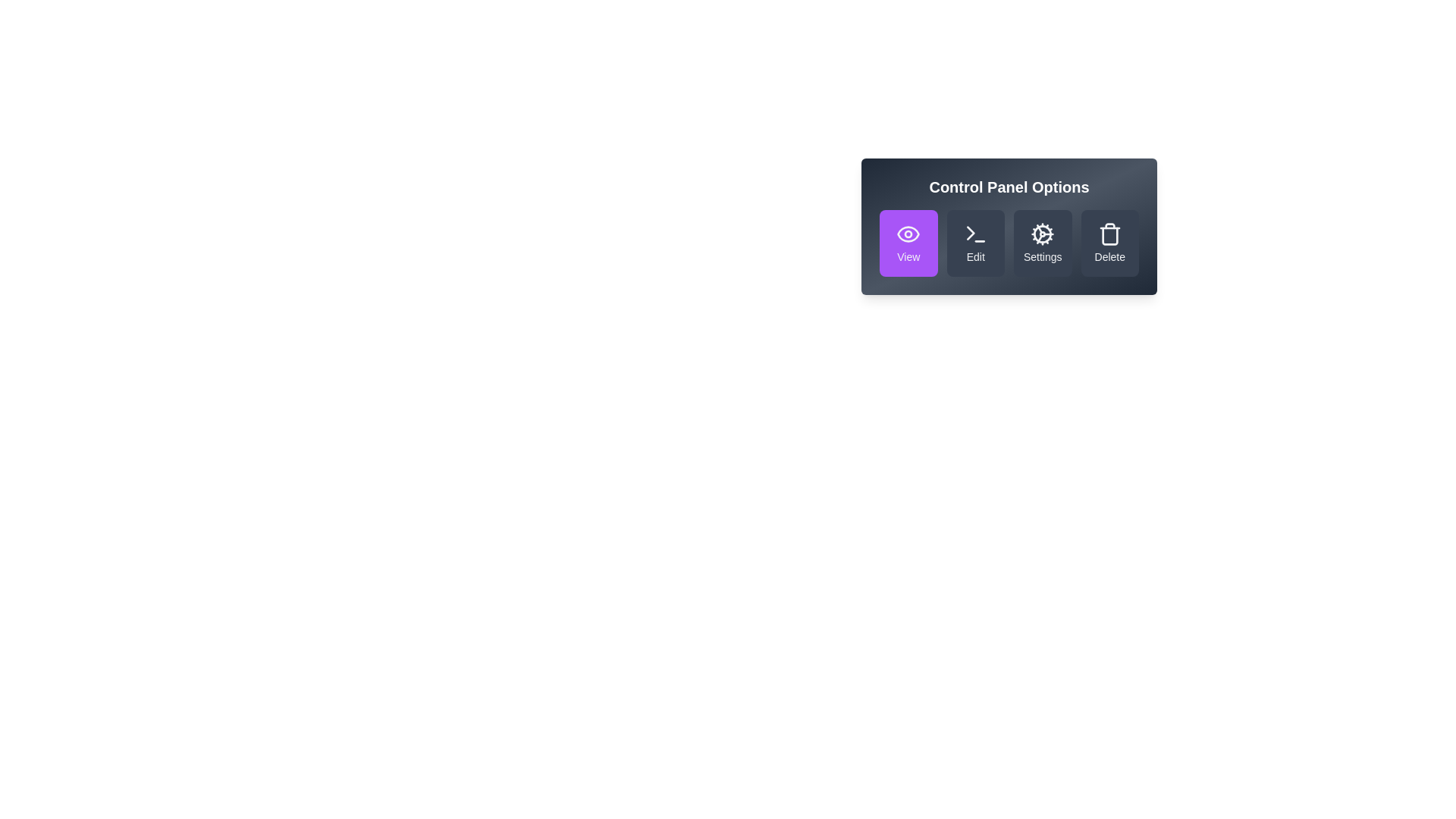 The width and height of the screenshot is (1456, 819). I want to click on the delete button located at the far right of the control panel, so click(1109, 242).